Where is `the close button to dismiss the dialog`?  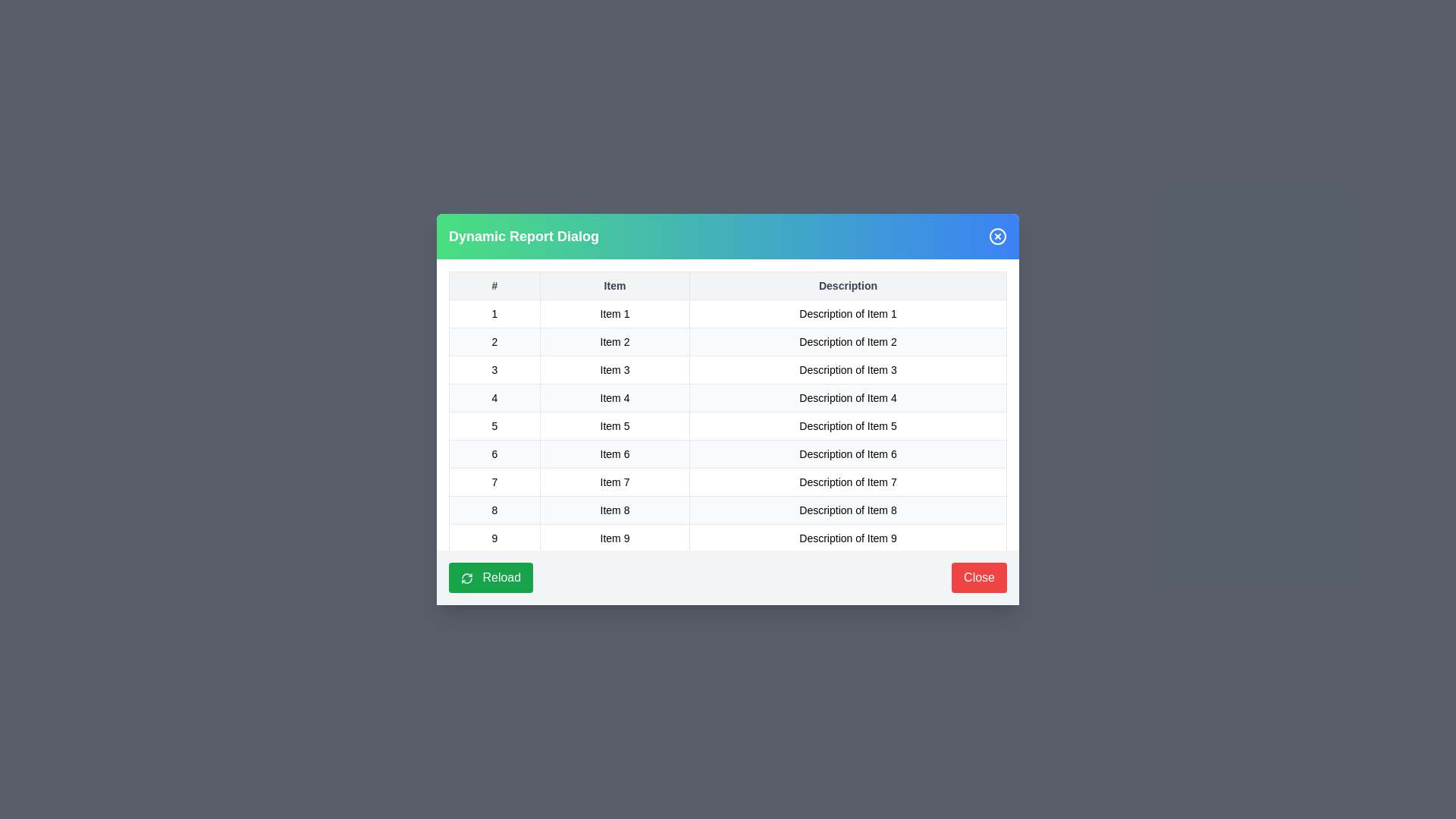 the close button to dismiss the dialog is located at coordinates (997, 237).